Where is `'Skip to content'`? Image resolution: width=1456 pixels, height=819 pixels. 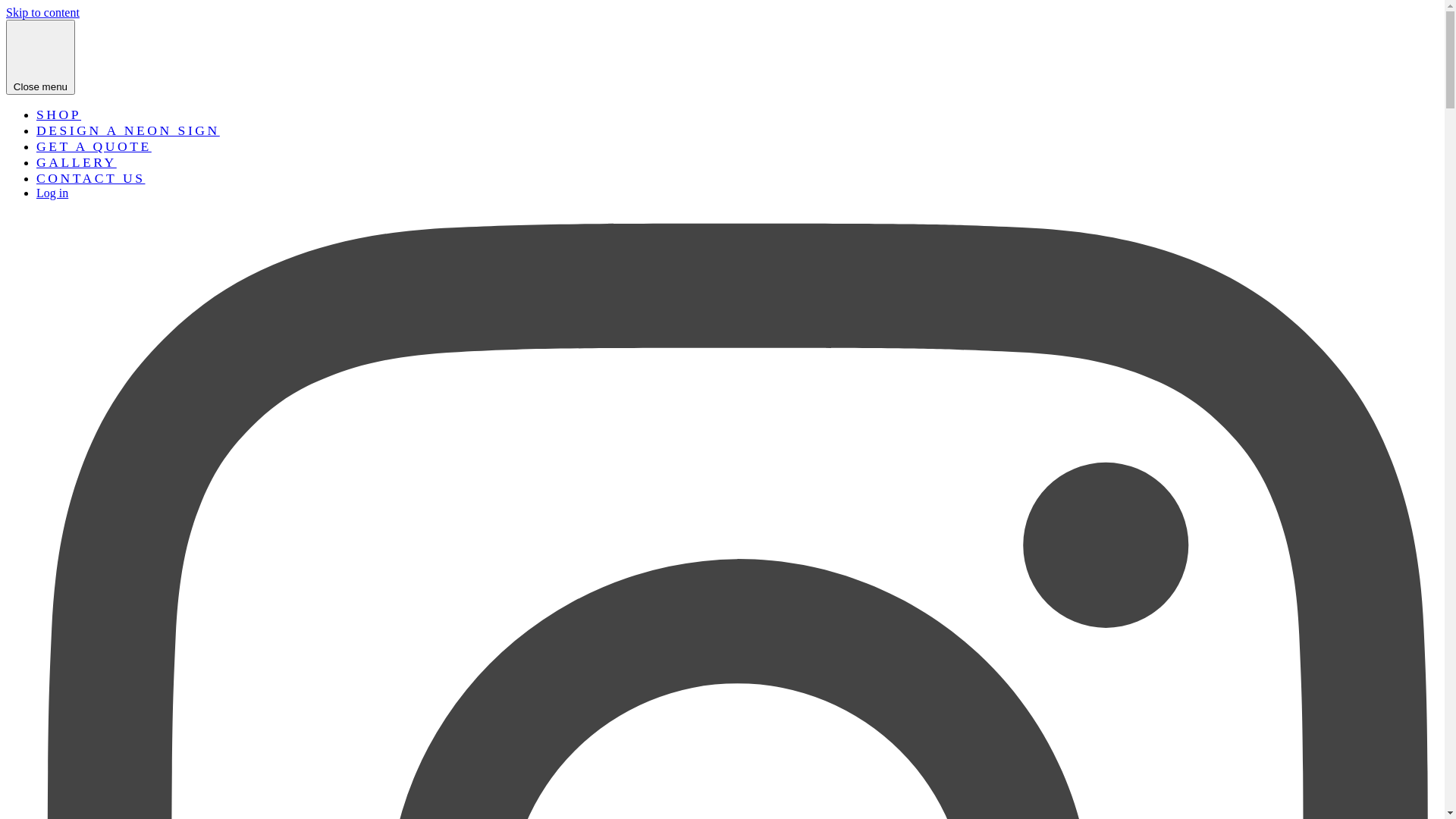 'Skip to content' is located at coordinates (42, 12).